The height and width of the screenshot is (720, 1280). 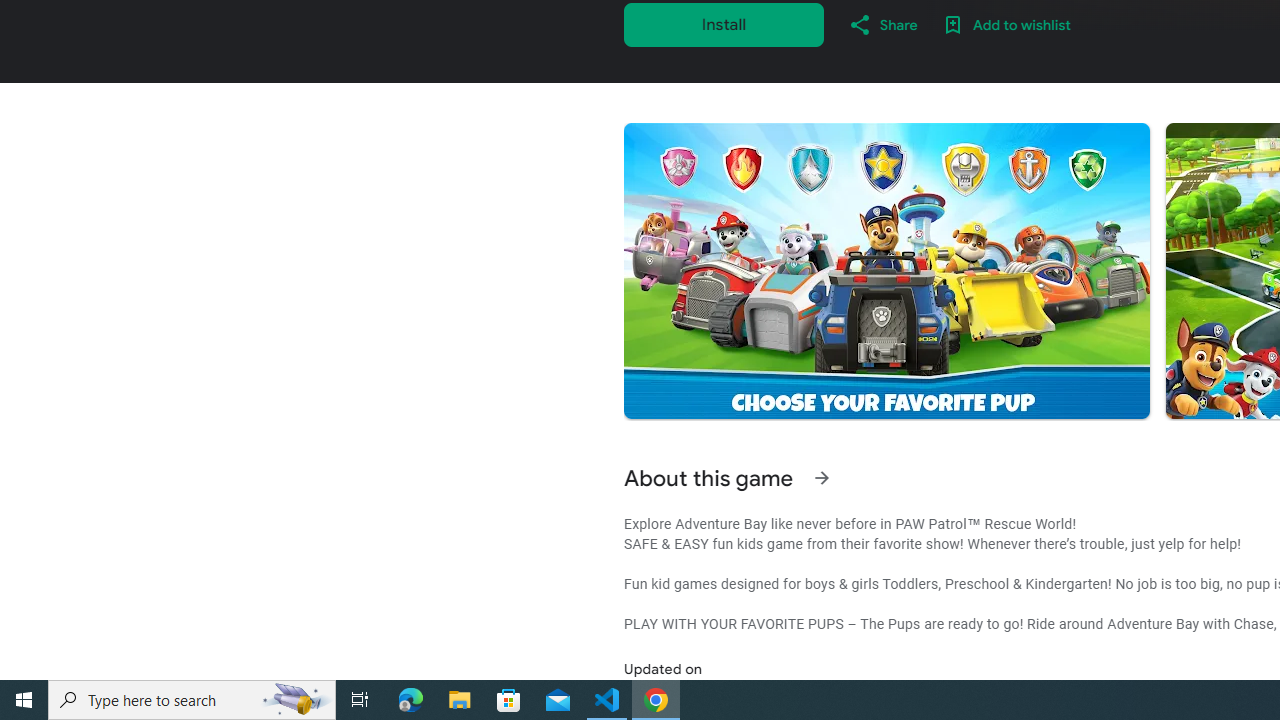 What do you see at coordinates (722, 24) in the screenshot?
I see `'Install'` at bounding box center [722, 24].